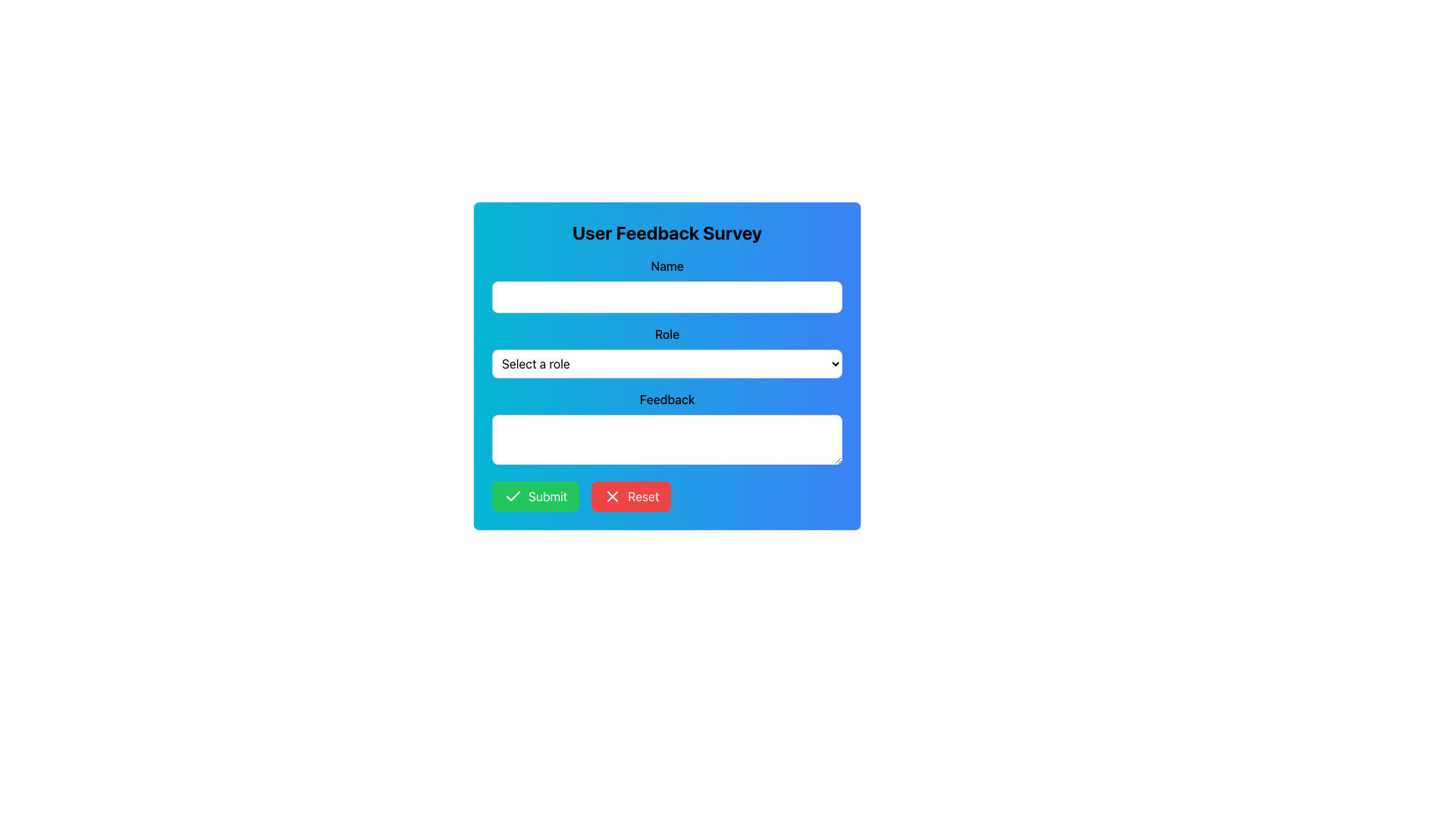 This screenshot has width=1456, height=819. I want to click on the green 'Submit' button which contains a confirmation icon, located in the bottom-left corner of the user interface, so click(513, 496).